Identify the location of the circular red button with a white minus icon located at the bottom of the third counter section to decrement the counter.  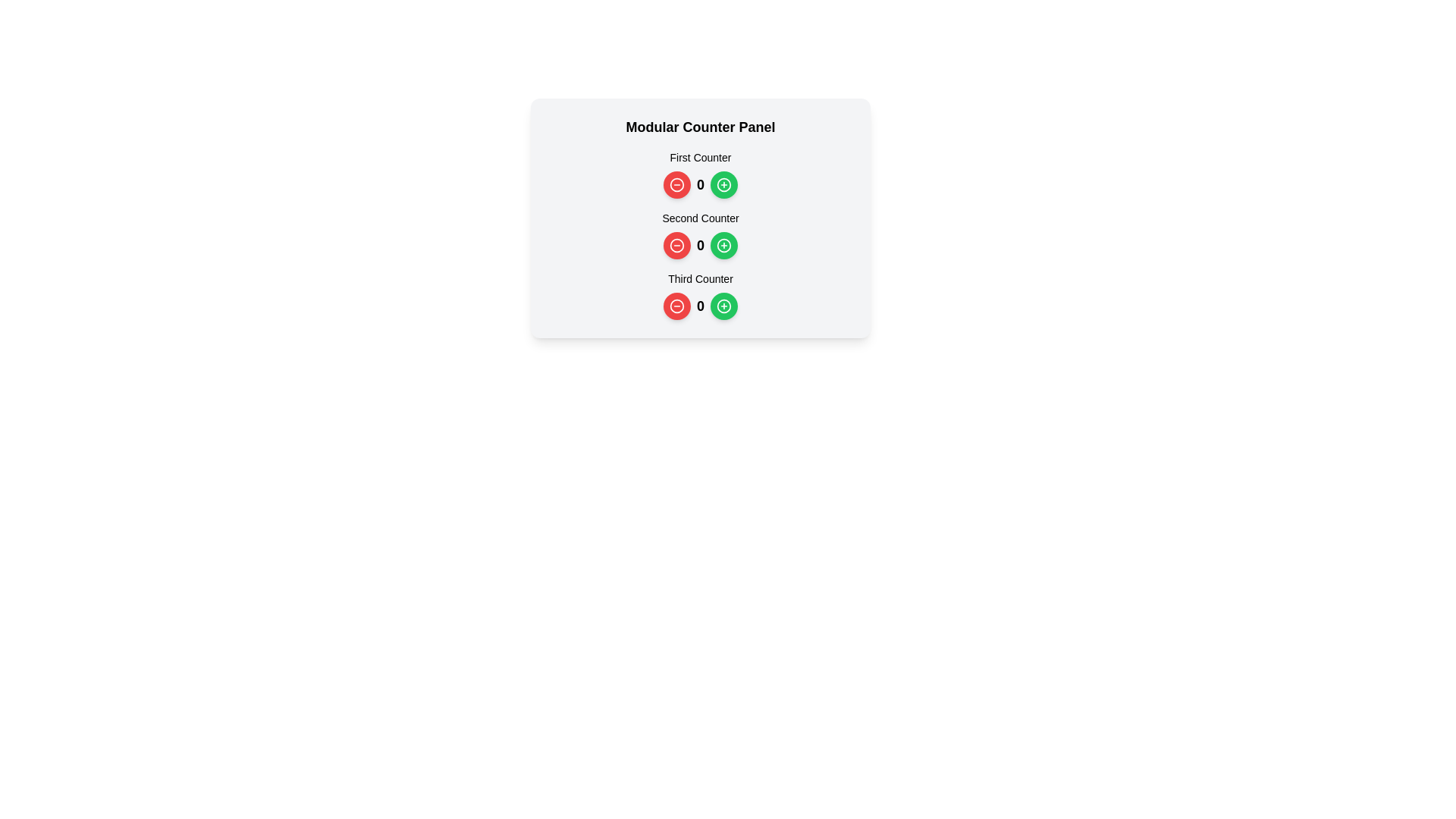
(676, 306).